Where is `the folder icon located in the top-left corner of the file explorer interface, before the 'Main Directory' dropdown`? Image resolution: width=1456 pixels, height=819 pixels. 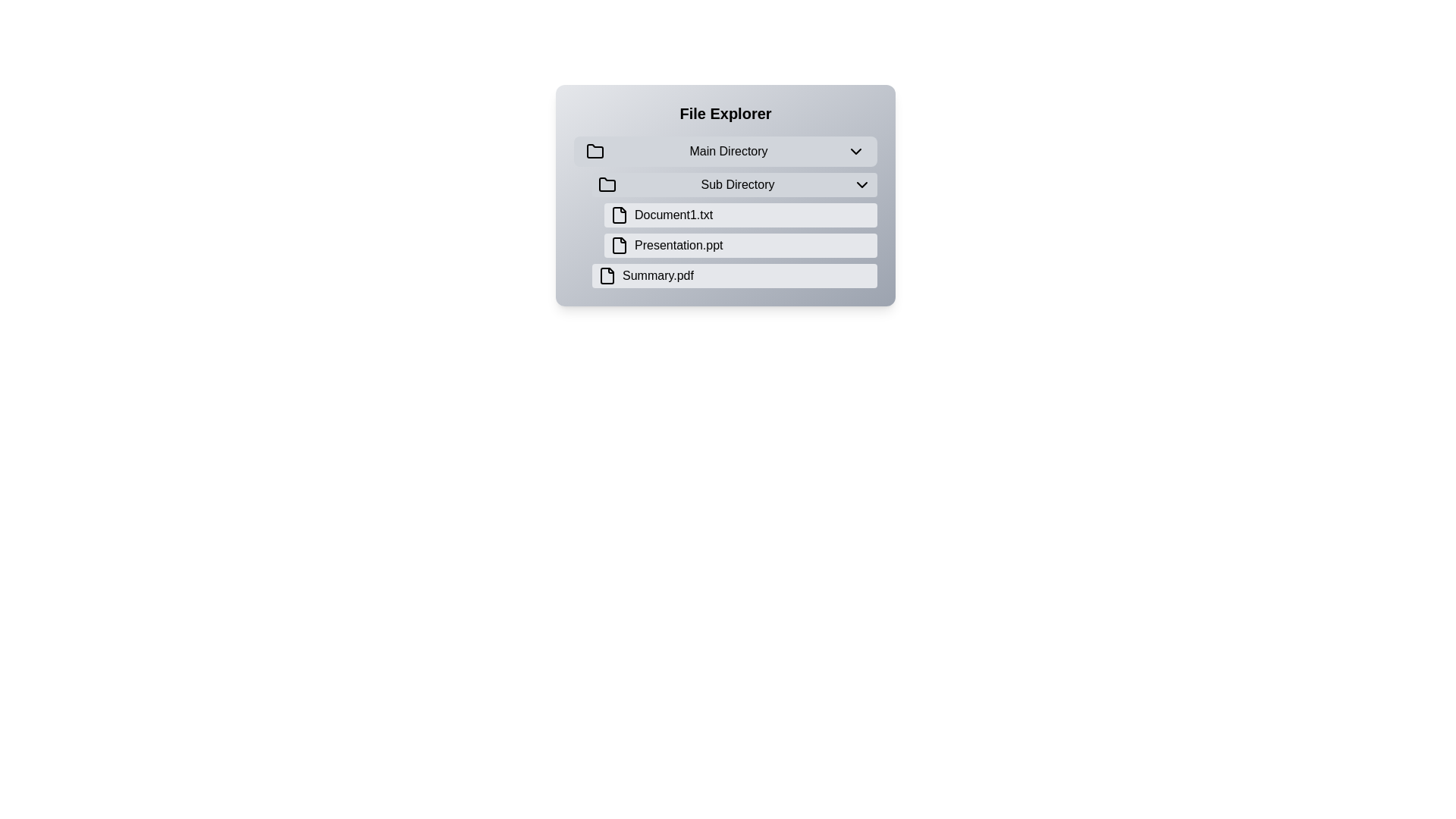 the folder icon located in the top-left corner of the file explorer interface, before the 'Main Directory' dropdown is located at coordinates (595, 151).